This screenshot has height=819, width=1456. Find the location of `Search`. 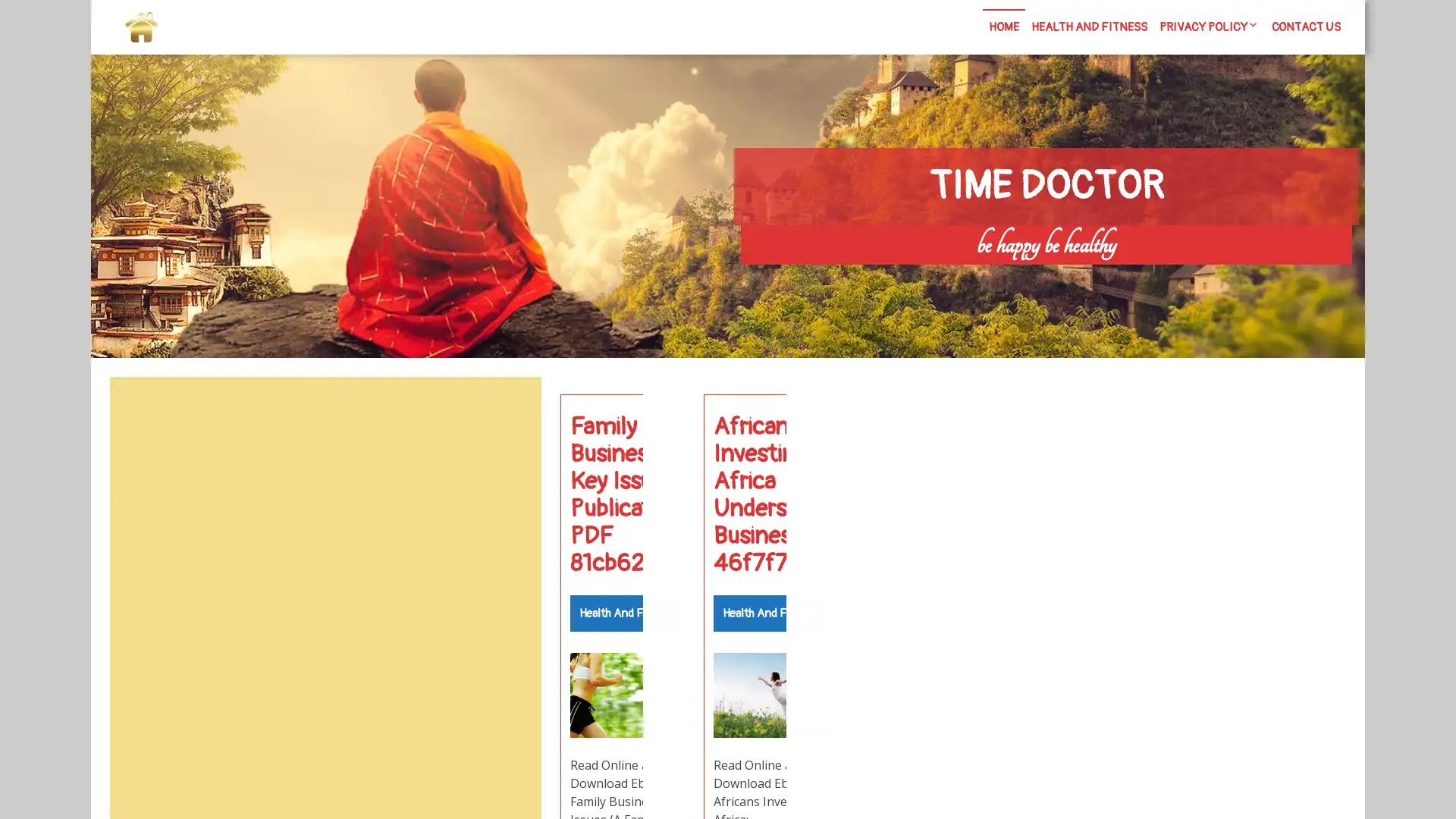

Search is located at coordinates (506, 413).